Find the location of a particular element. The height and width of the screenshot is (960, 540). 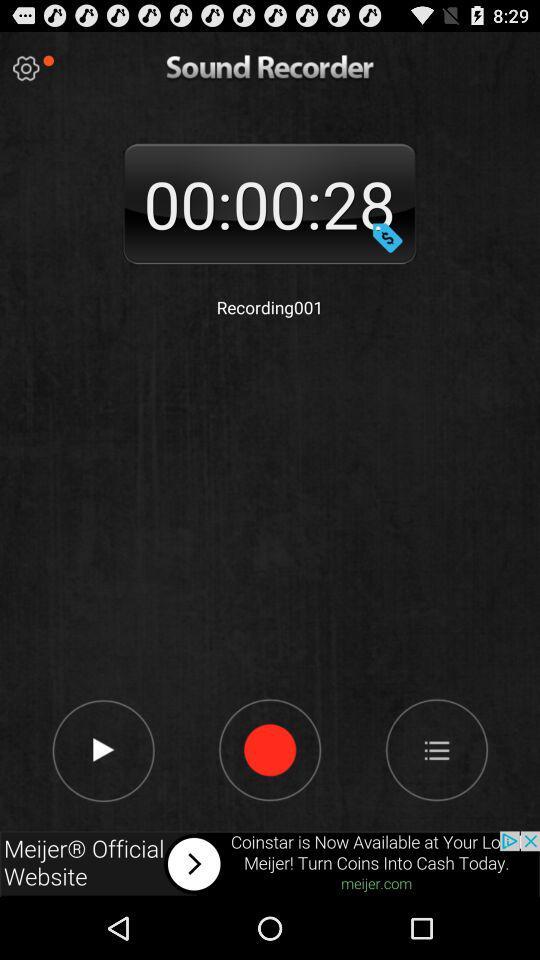

record button is located at coordinates (387, 237).